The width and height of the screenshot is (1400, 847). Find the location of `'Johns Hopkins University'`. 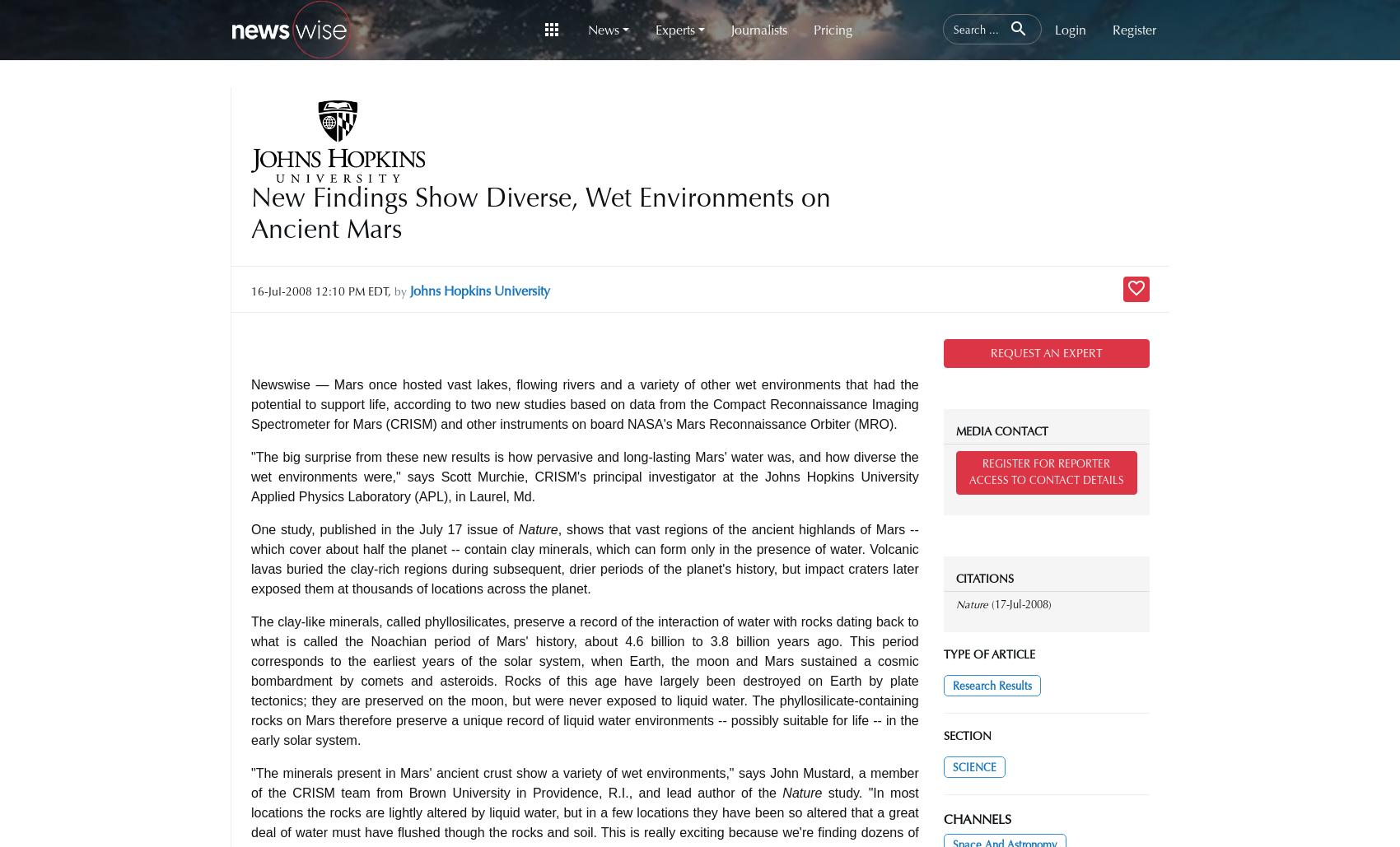

'Johns Hopkins University' is located at coordinates (409, 290).